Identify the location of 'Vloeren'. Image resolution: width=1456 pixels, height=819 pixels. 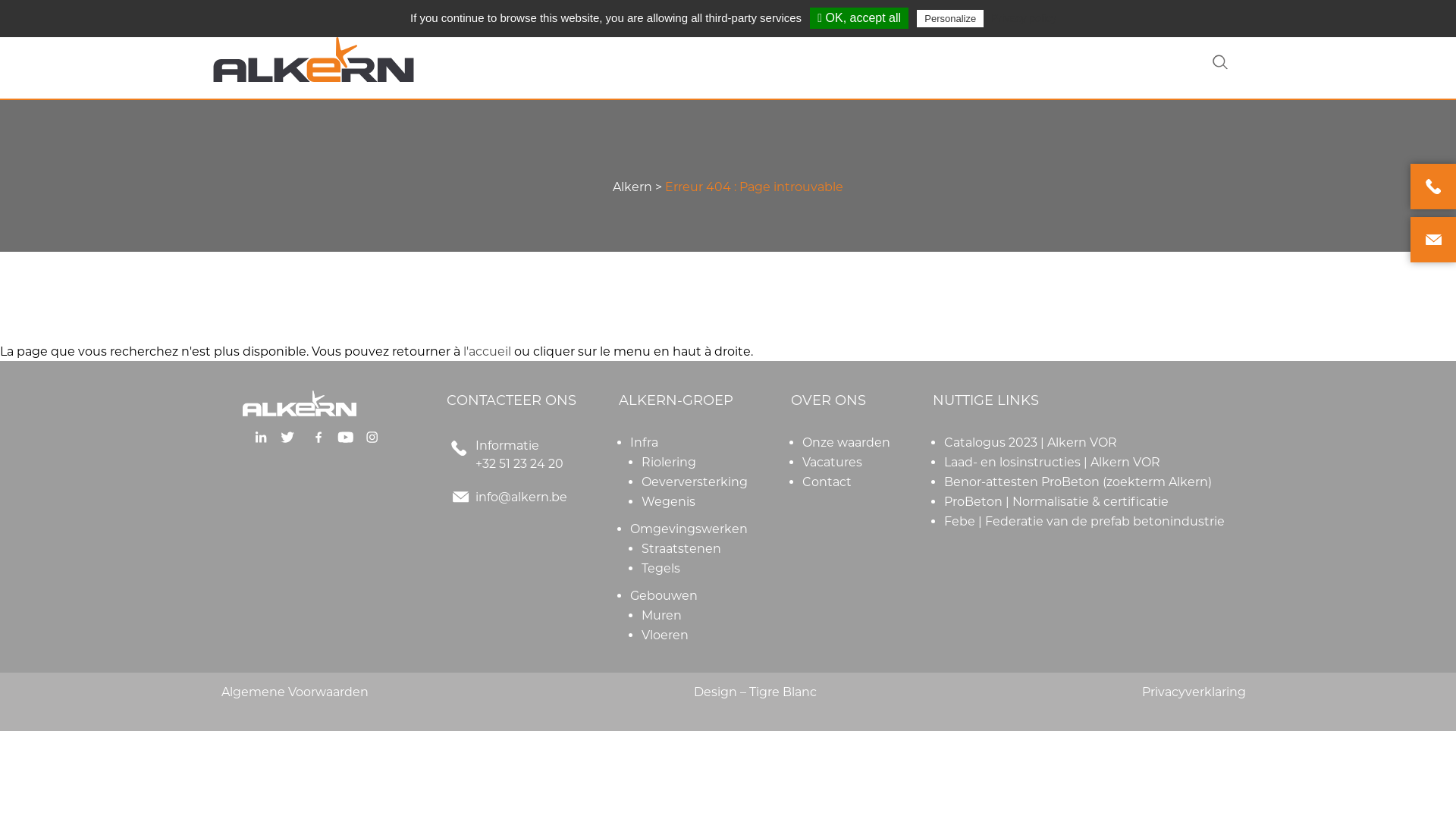
(641, 635).